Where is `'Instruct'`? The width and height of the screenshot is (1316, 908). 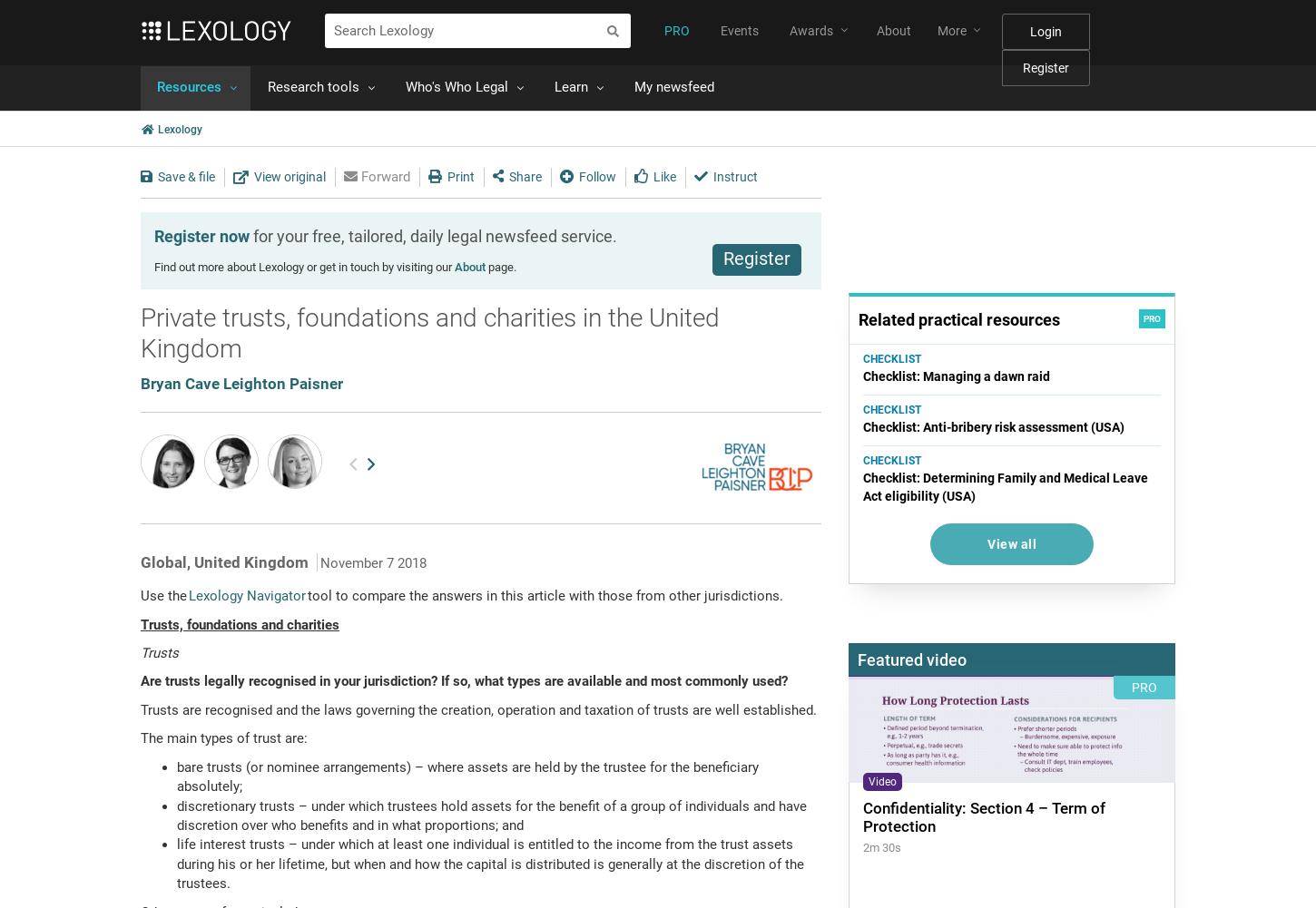 'Instruct' is located at coordinates (733, 175).